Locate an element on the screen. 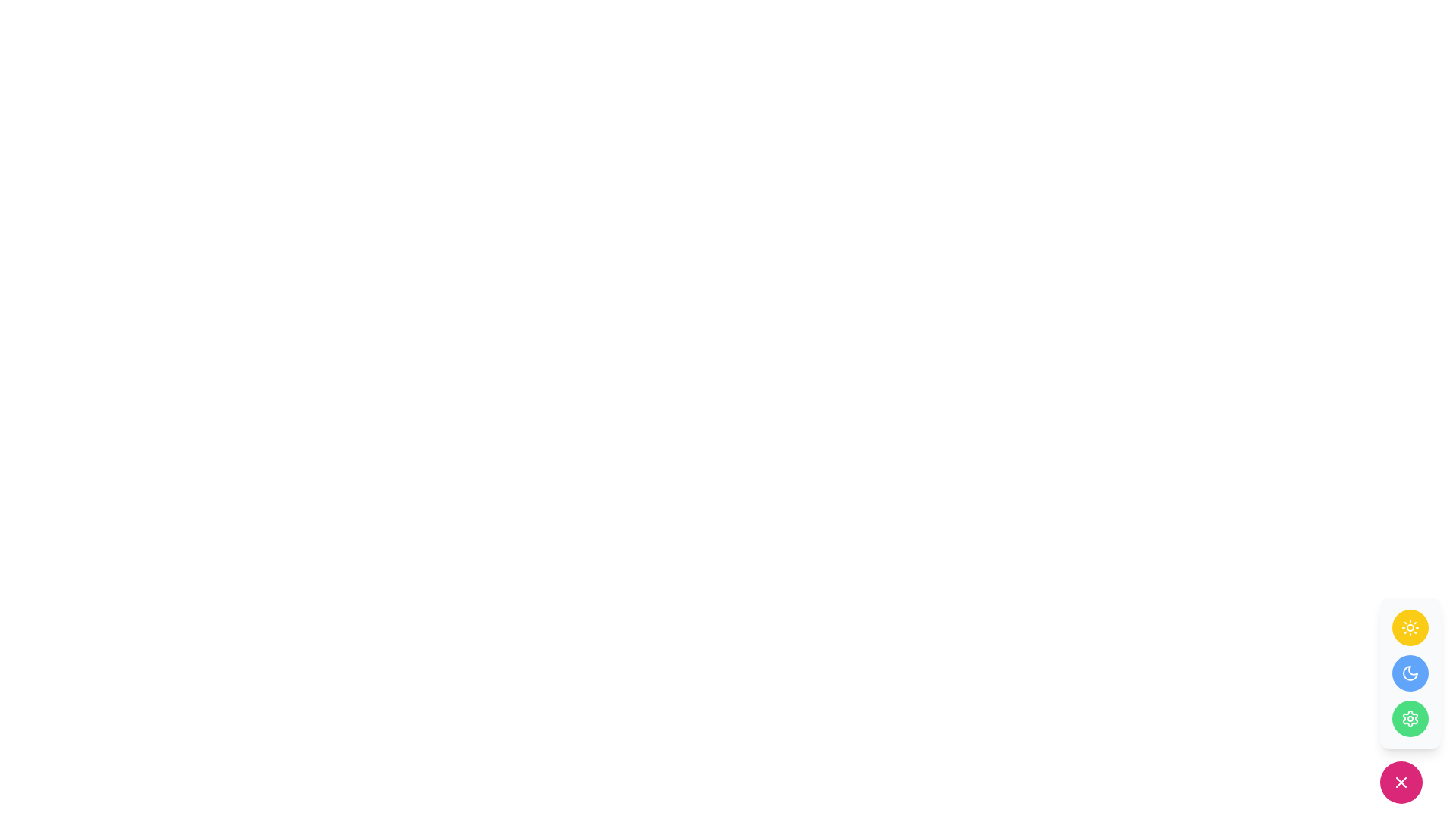  the second circular button with a crescent moon icon, highlighted in blue, within the vertically arranged layout of buttons is located at coordinates (1410, 672).